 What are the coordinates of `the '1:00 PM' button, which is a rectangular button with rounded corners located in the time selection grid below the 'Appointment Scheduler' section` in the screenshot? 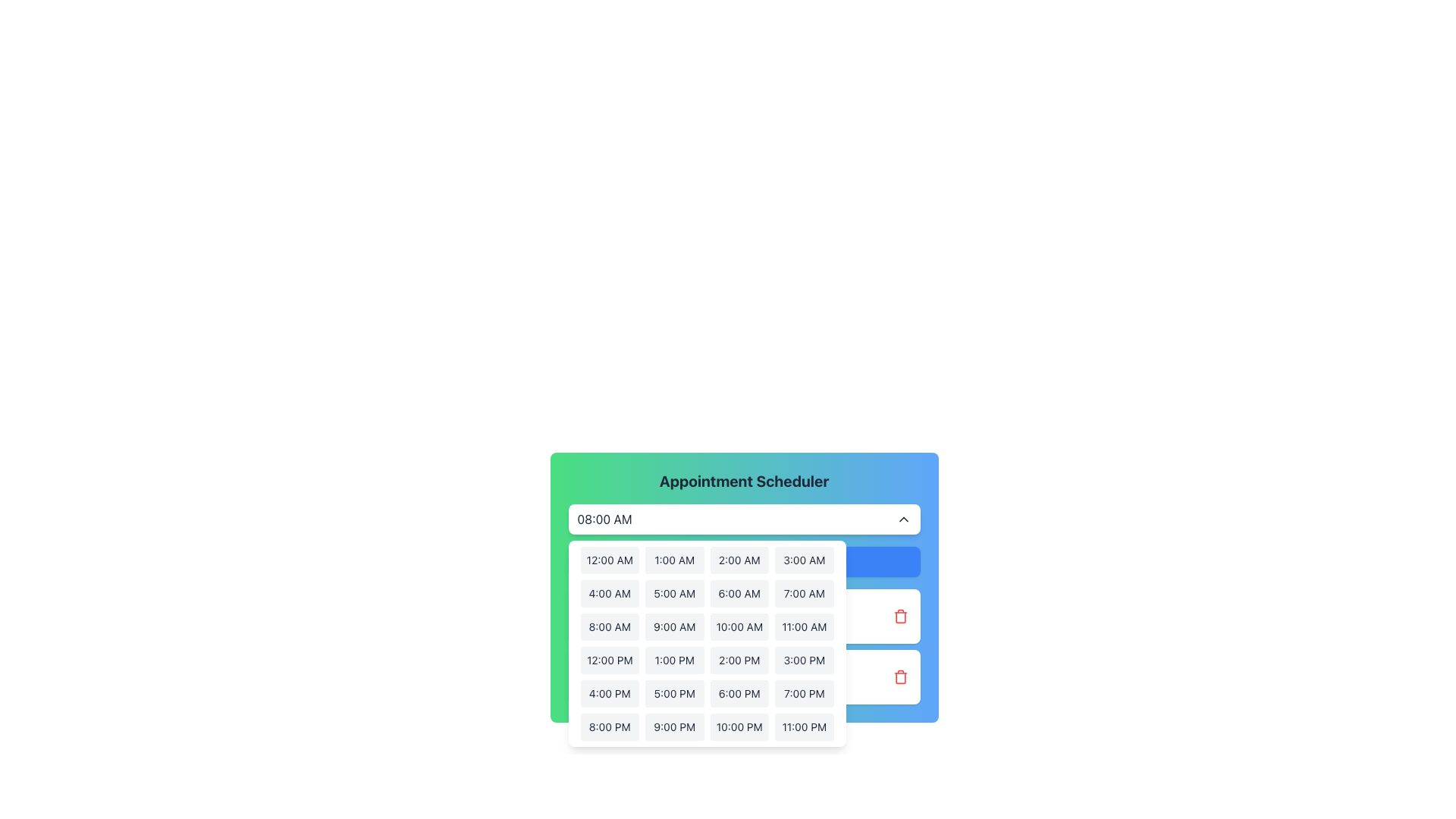 It's located at (673, 660).